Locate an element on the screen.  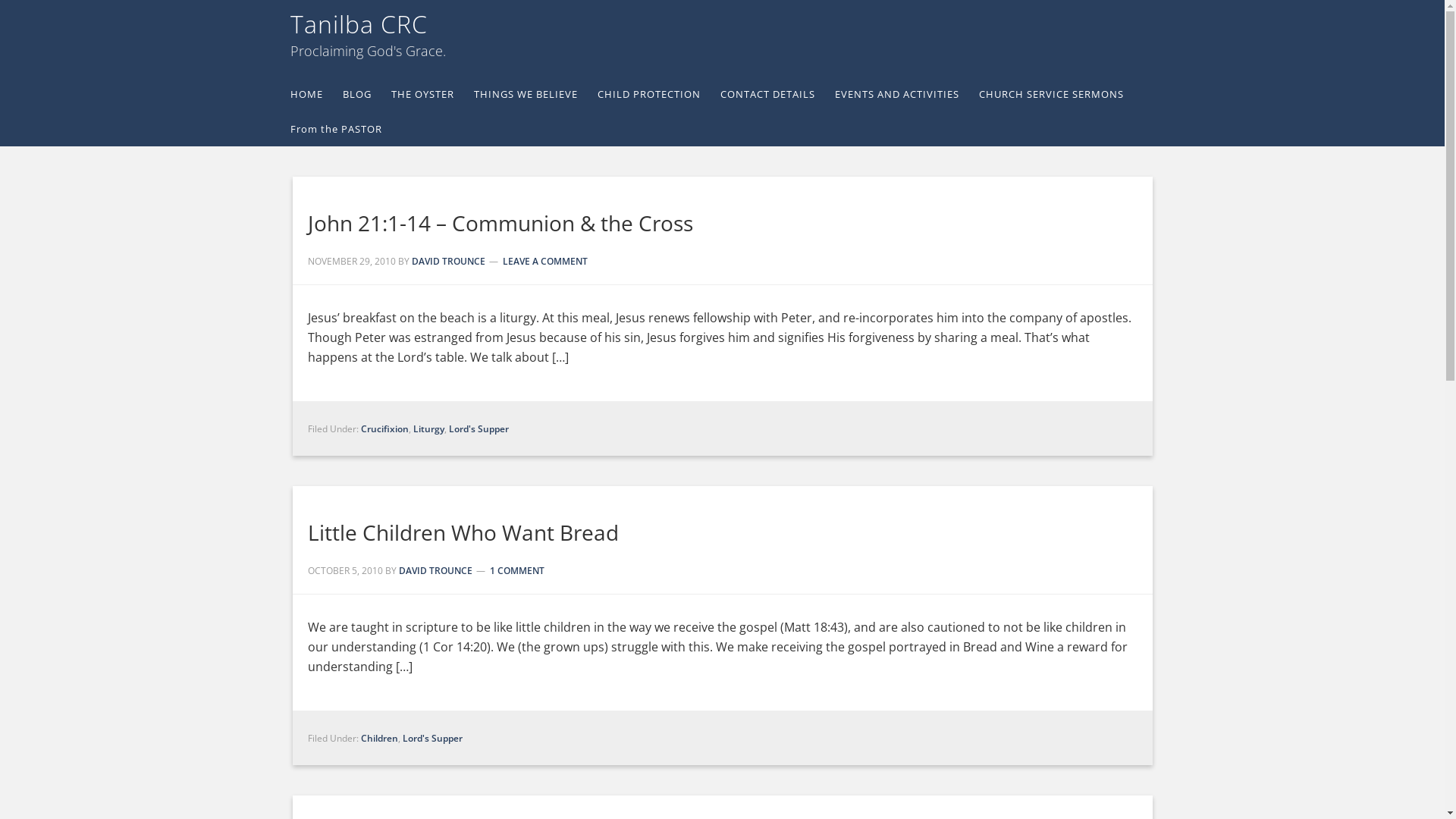
'Tanilba CRC' is located at coordinates (357, 24).